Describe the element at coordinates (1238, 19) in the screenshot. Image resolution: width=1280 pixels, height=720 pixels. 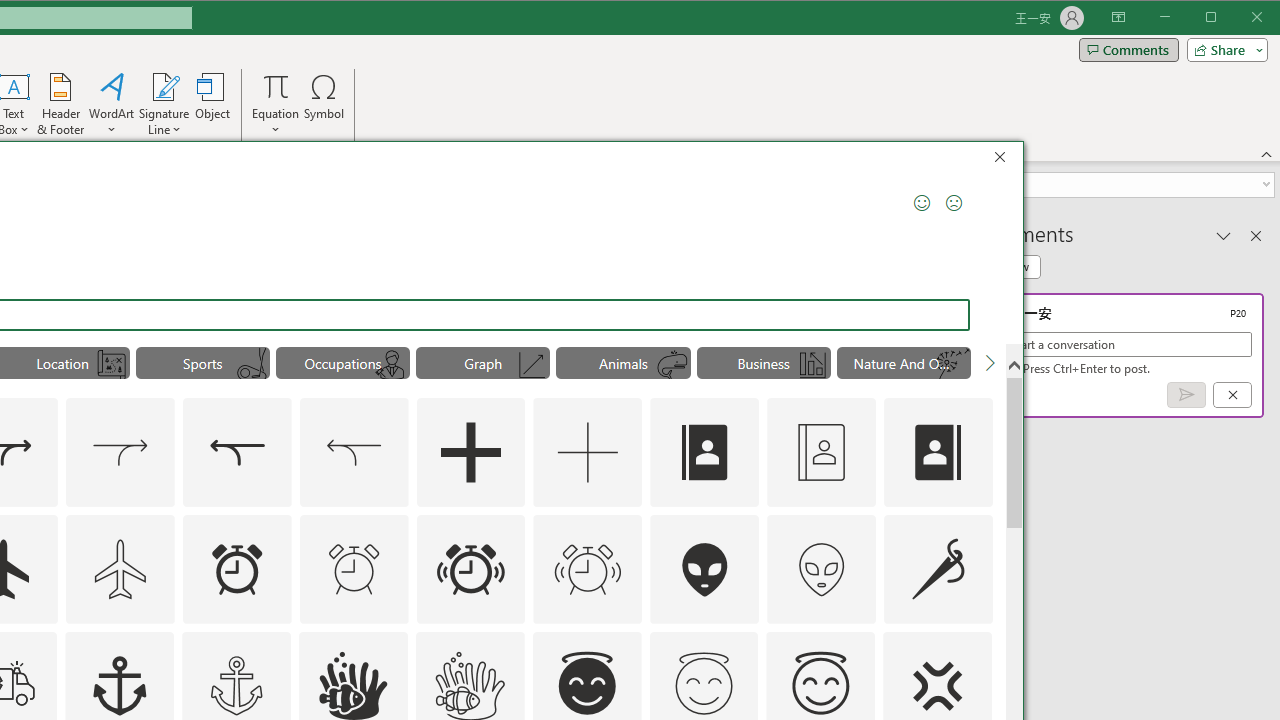
I see `'Maximize'` at that location.